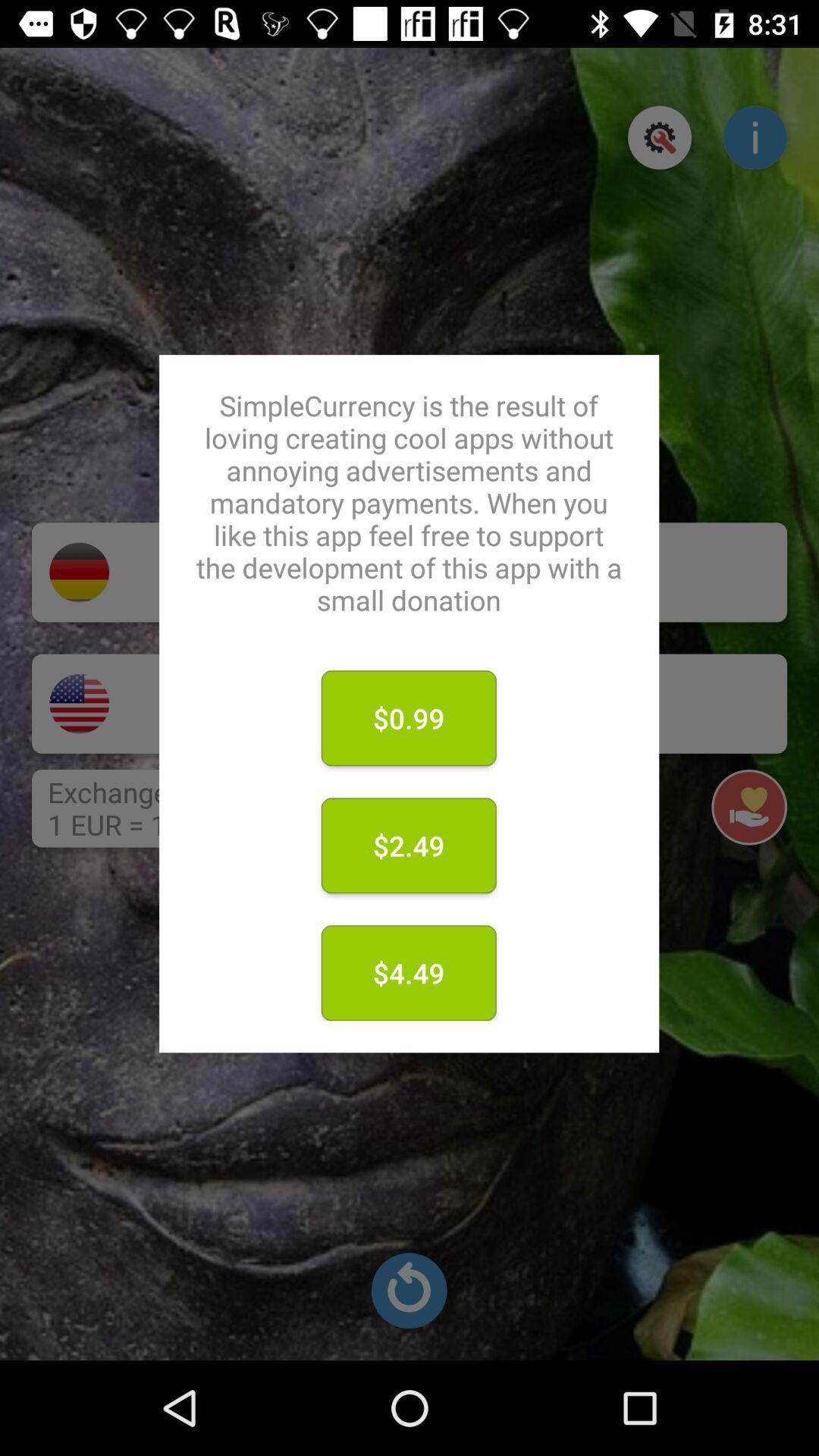 The width and height of the screenshot is (819, 1456). I want to click on the info icon, so click(755, 137).